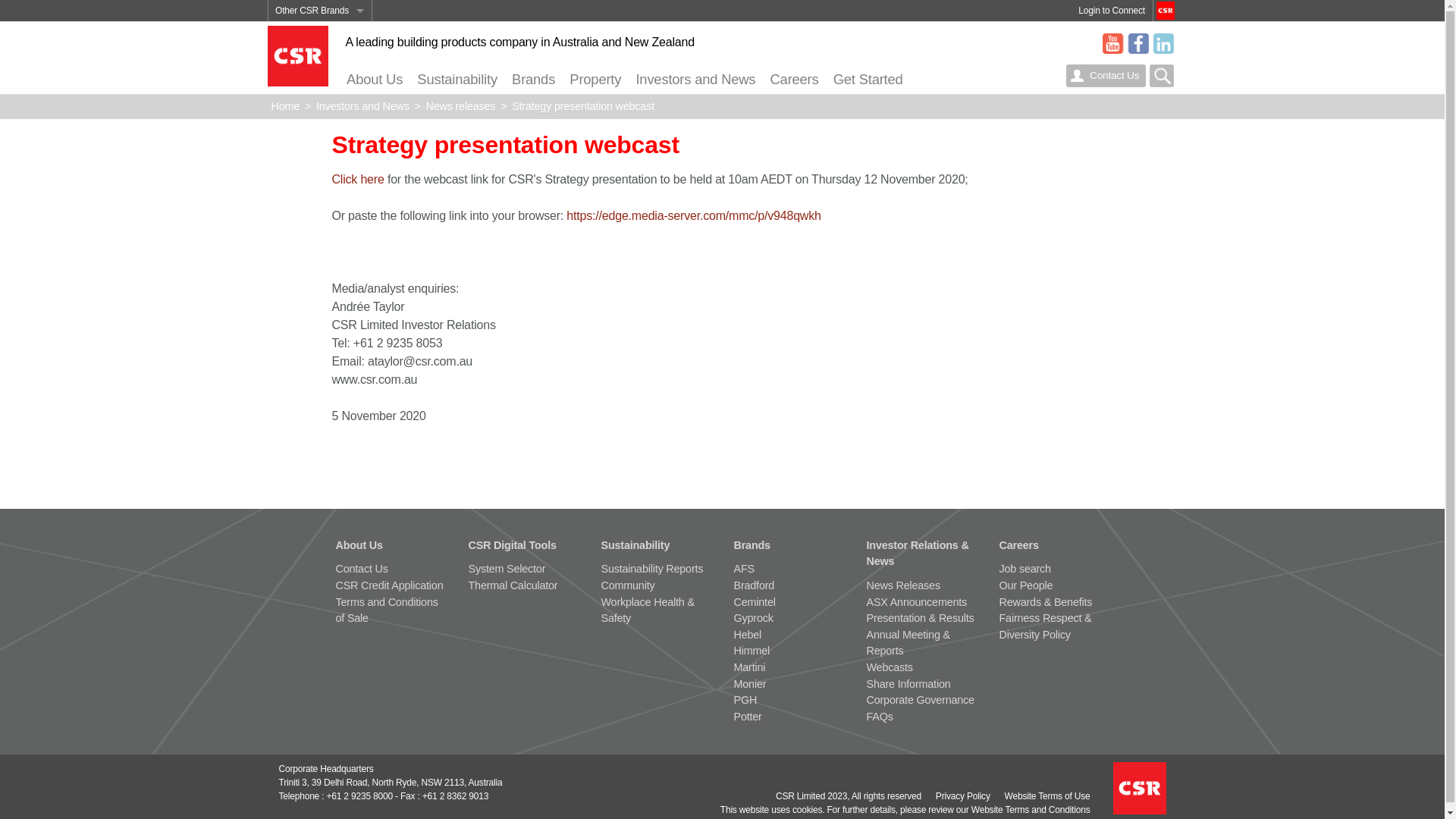 Image resolution: width=1456 pixels, height=819 pixels. I want to click on 'Click here', so click(331, 178).